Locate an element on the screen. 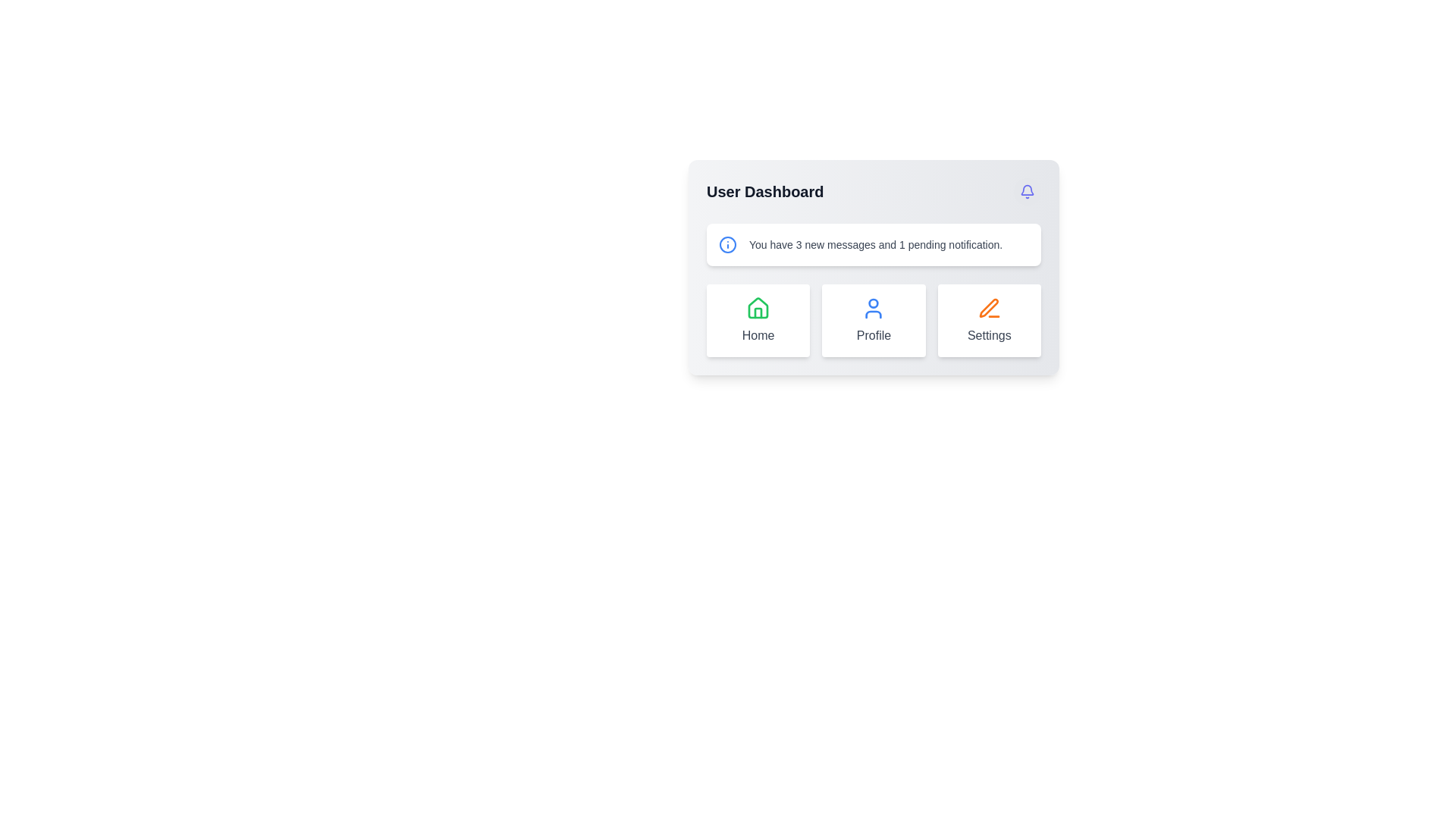 Image resolution: width=1456 pixels, height=819 pixels. the 'Profile' button within the Card interface is located at coordinates (874, 267).